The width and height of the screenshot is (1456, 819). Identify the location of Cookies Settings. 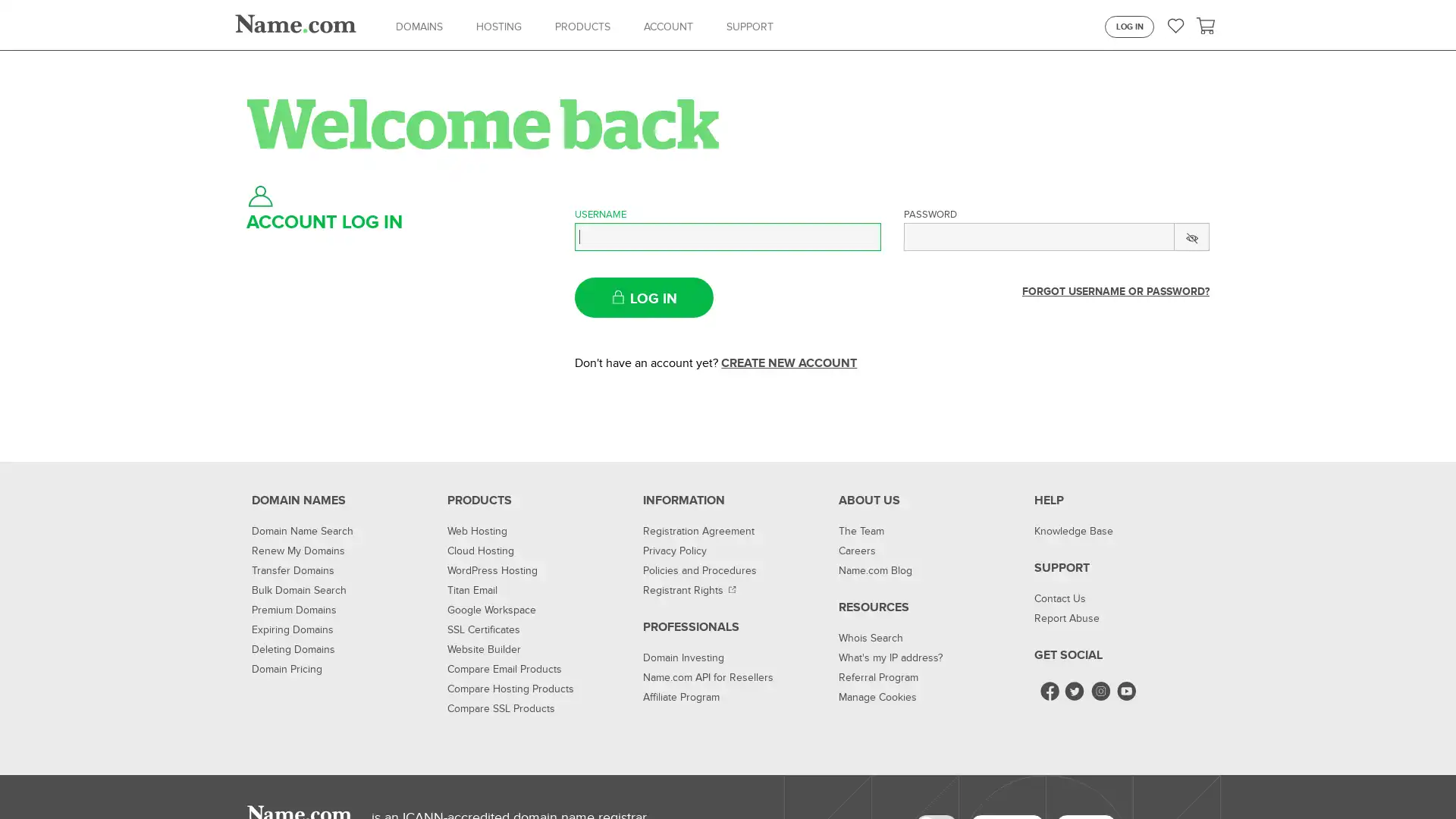
(1059, 778).